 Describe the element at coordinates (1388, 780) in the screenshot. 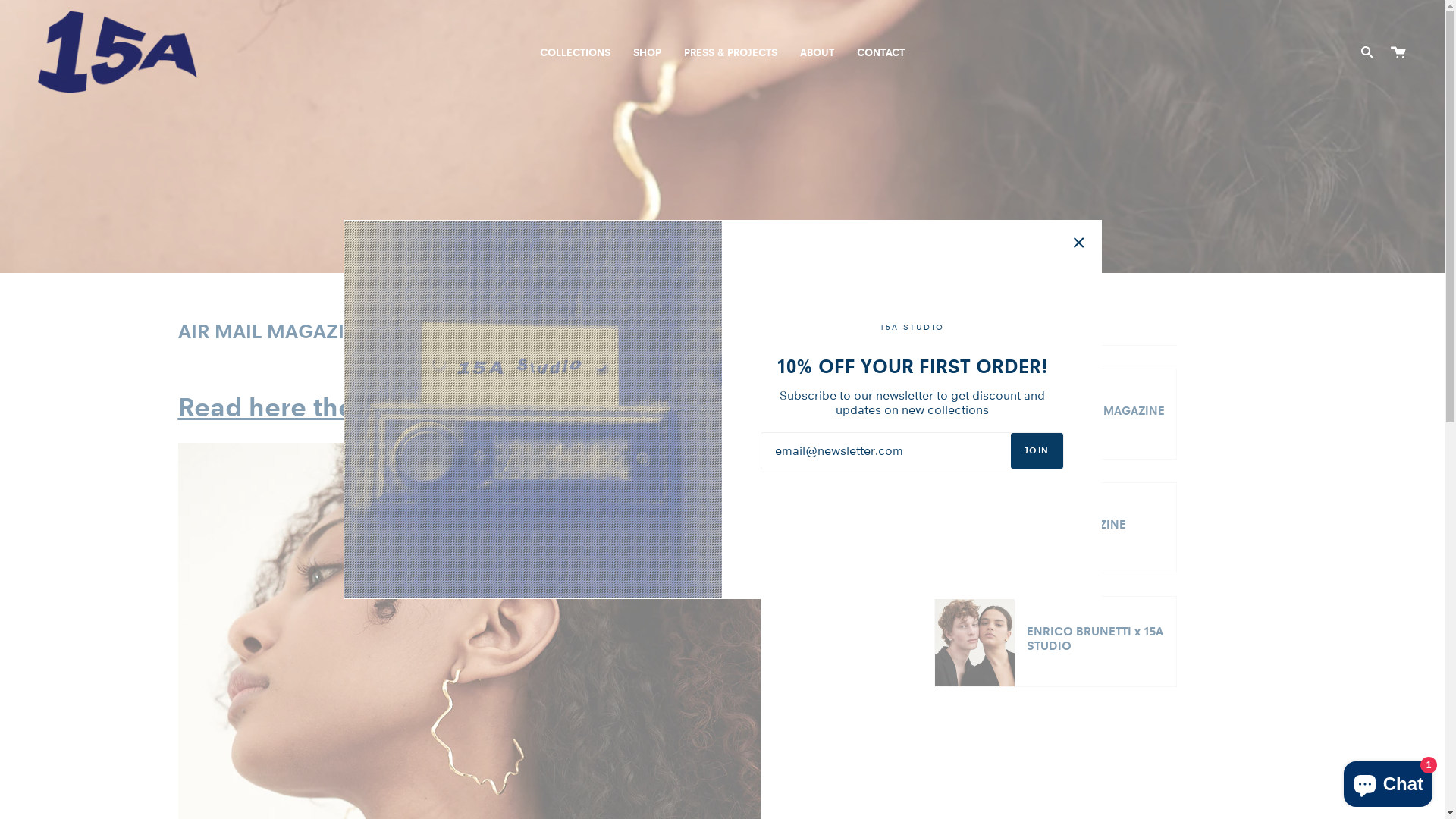

I see `'Shopify online store chat'` at that location.